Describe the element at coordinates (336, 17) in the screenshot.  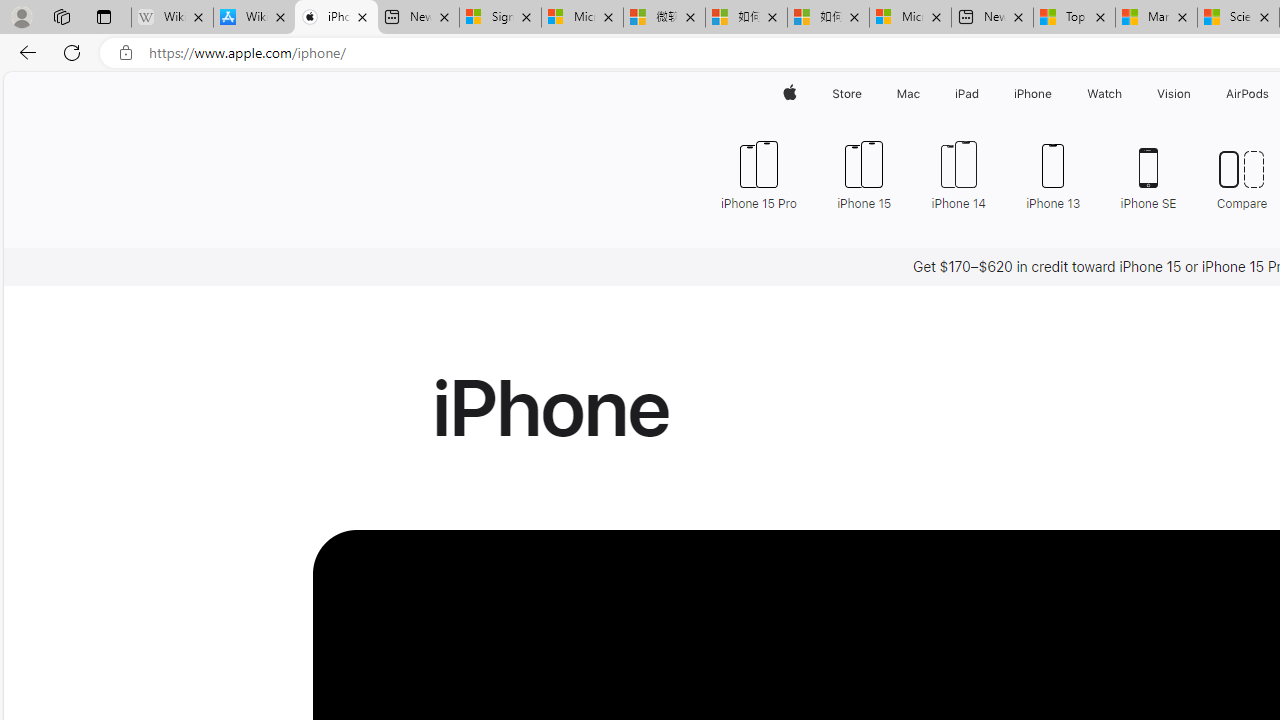
I see `'iPhone - Apple'` at that location.